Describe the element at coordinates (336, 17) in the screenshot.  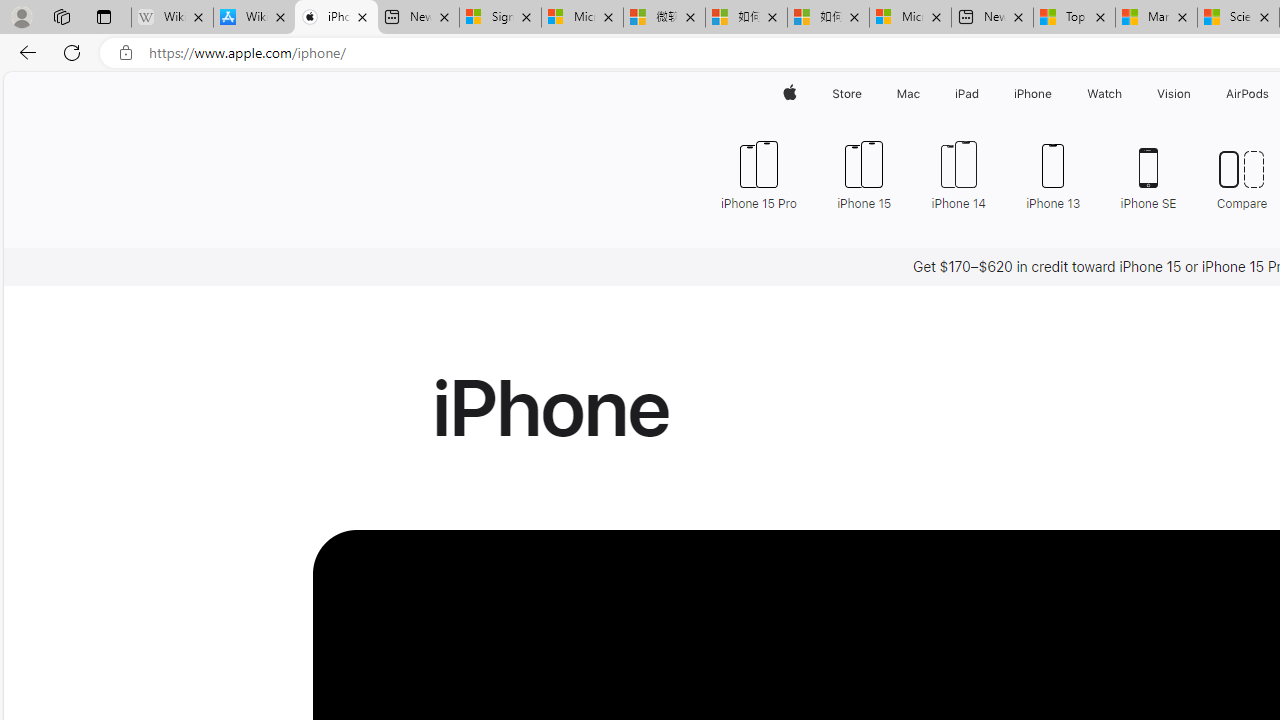
I see `'iPhone - Apple'` at that location.